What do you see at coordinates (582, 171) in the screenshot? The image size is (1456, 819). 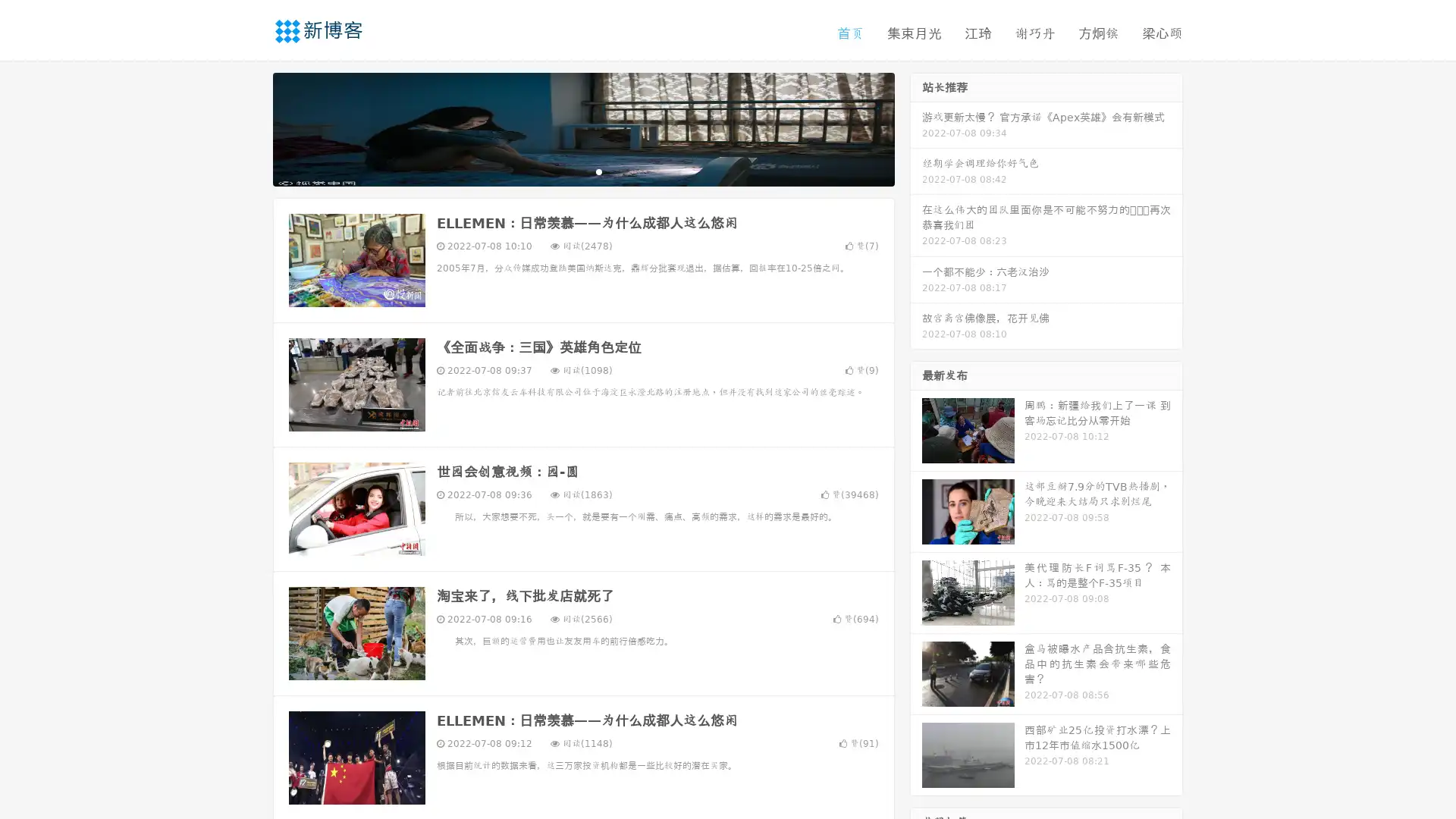 I see `Go to slide 2` at bounding box center [582, 171].